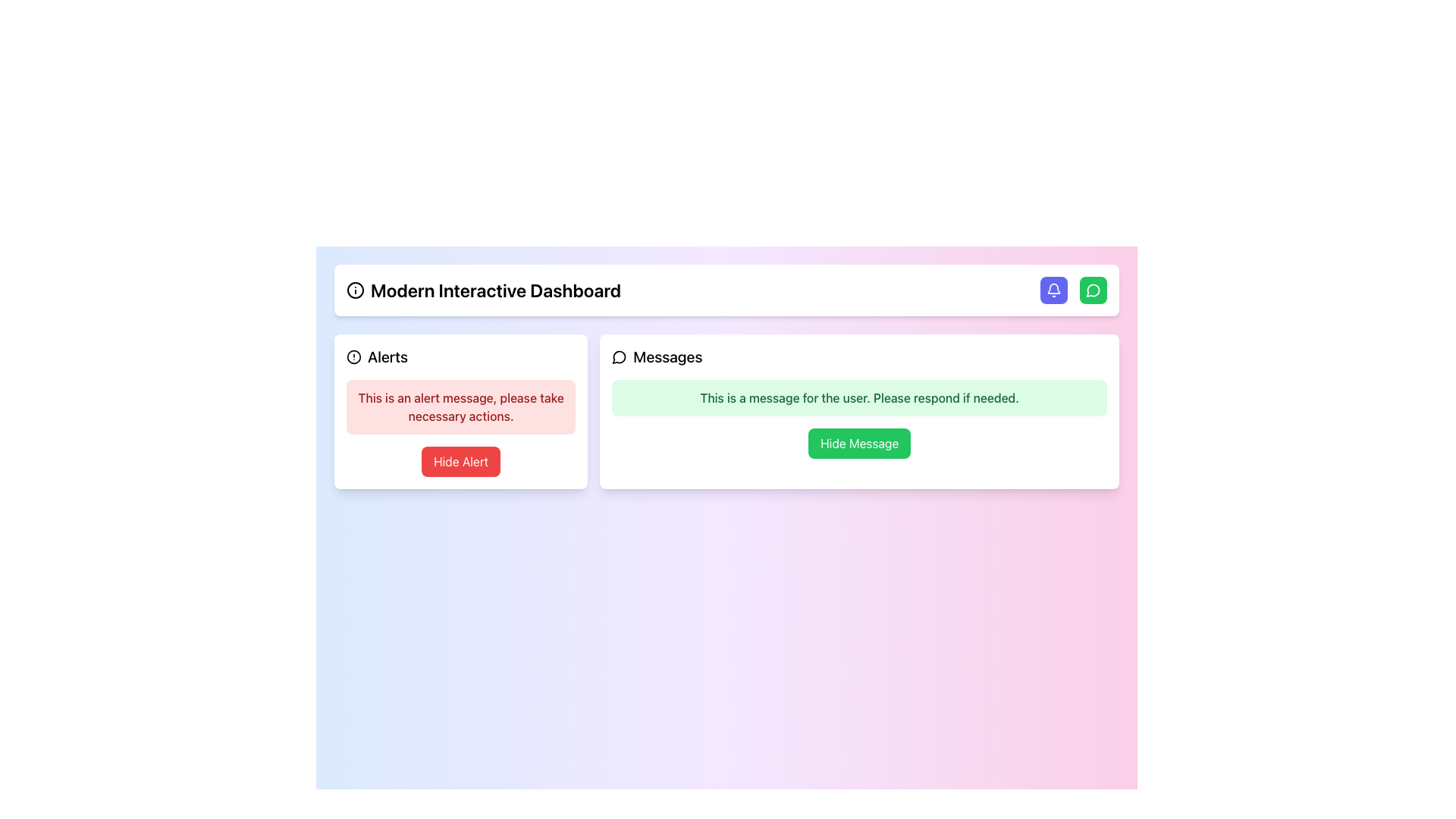 This screenshot has width=1456, height=819. What do you see at coordinates (460, 406) in the screenshot?
I see `message displayed in the Alert Box, which is centrally located within the 'Alerts' section and positioned above the 'Hide Alert' button` at bounding box center [460, 406].